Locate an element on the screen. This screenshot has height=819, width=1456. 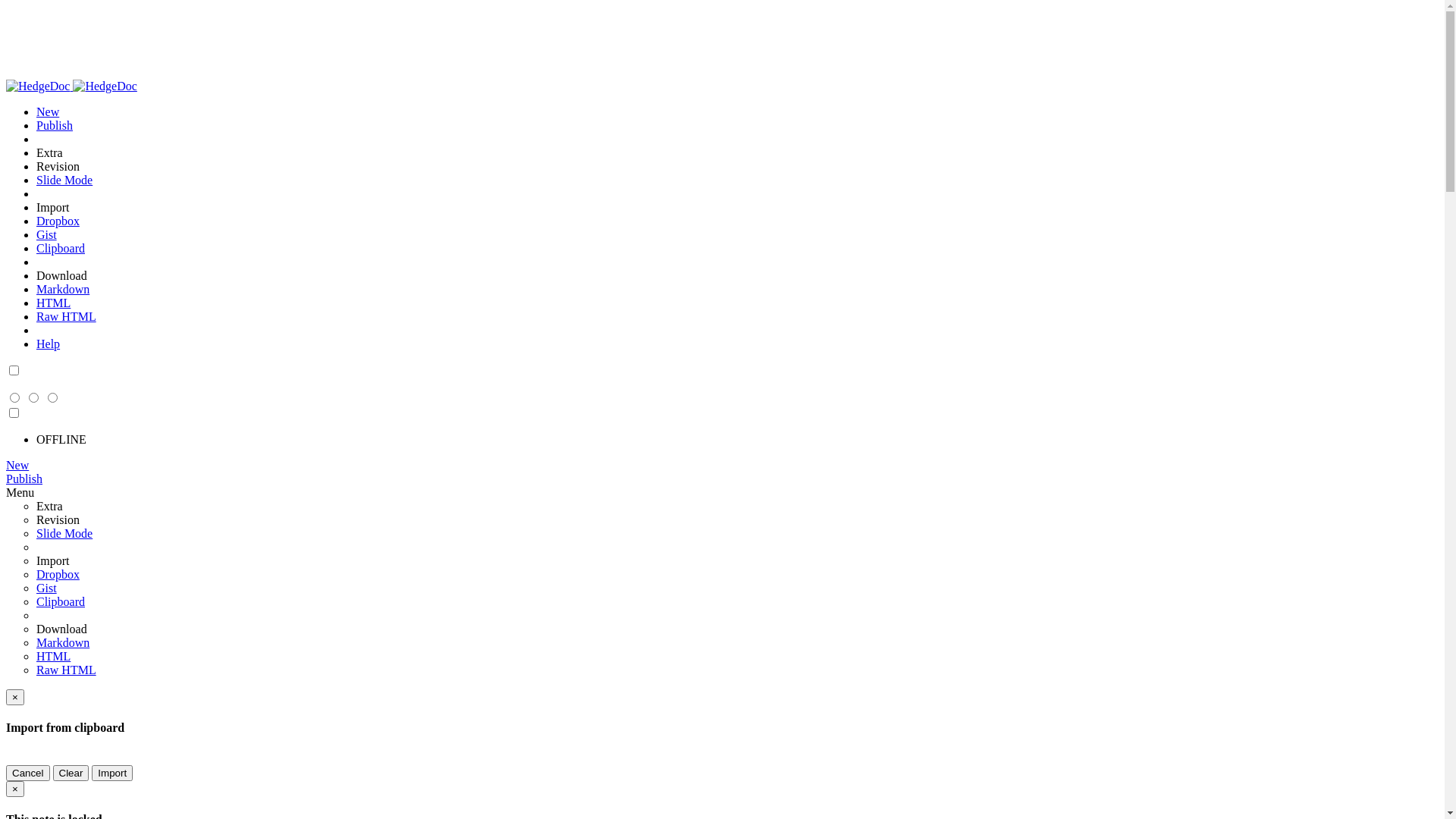
'Night Theme' is located at coordinates (14, 413).